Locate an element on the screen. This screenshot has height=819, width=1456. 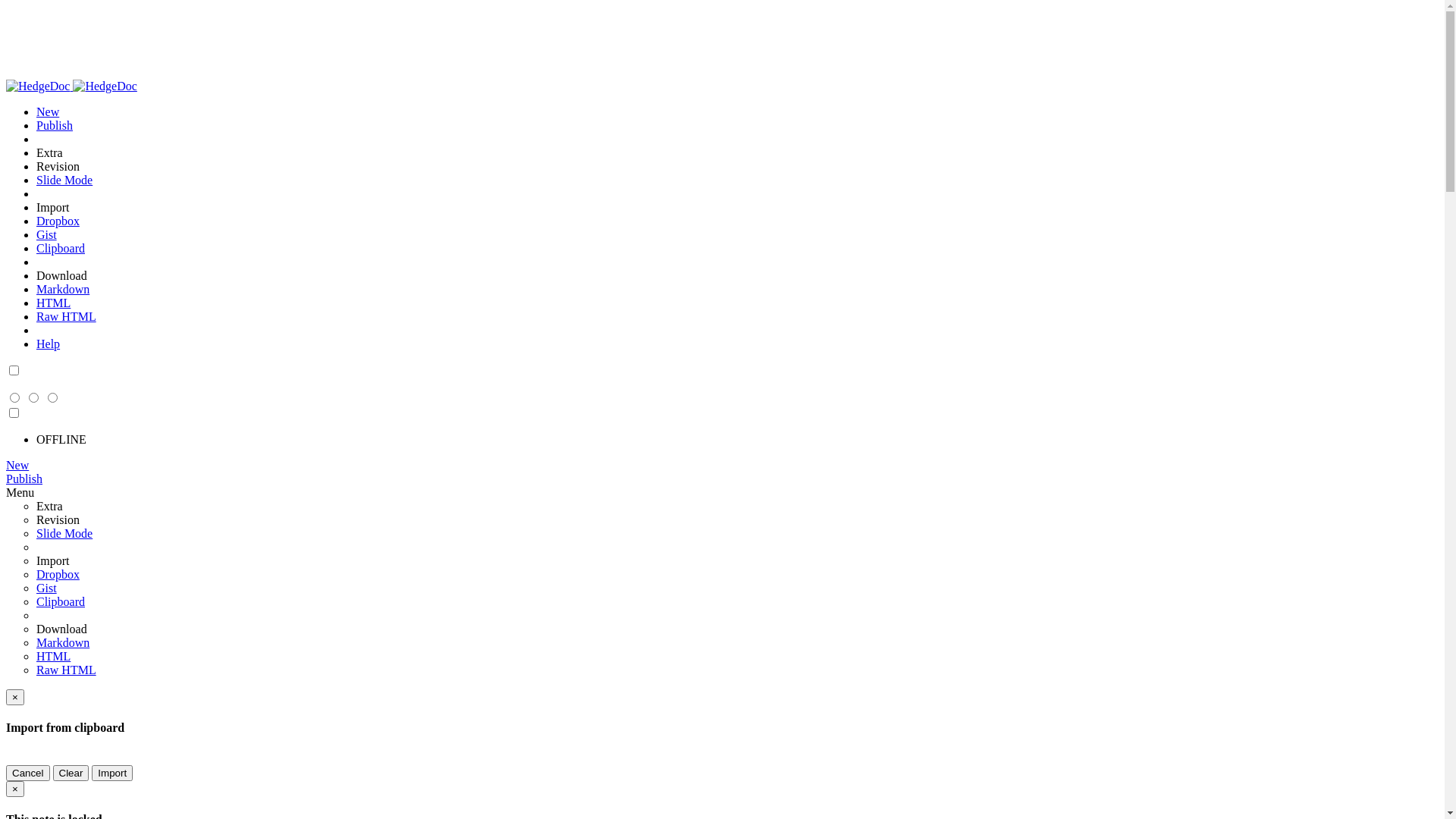
'Night Theme' is located at coordinates (14, 413).